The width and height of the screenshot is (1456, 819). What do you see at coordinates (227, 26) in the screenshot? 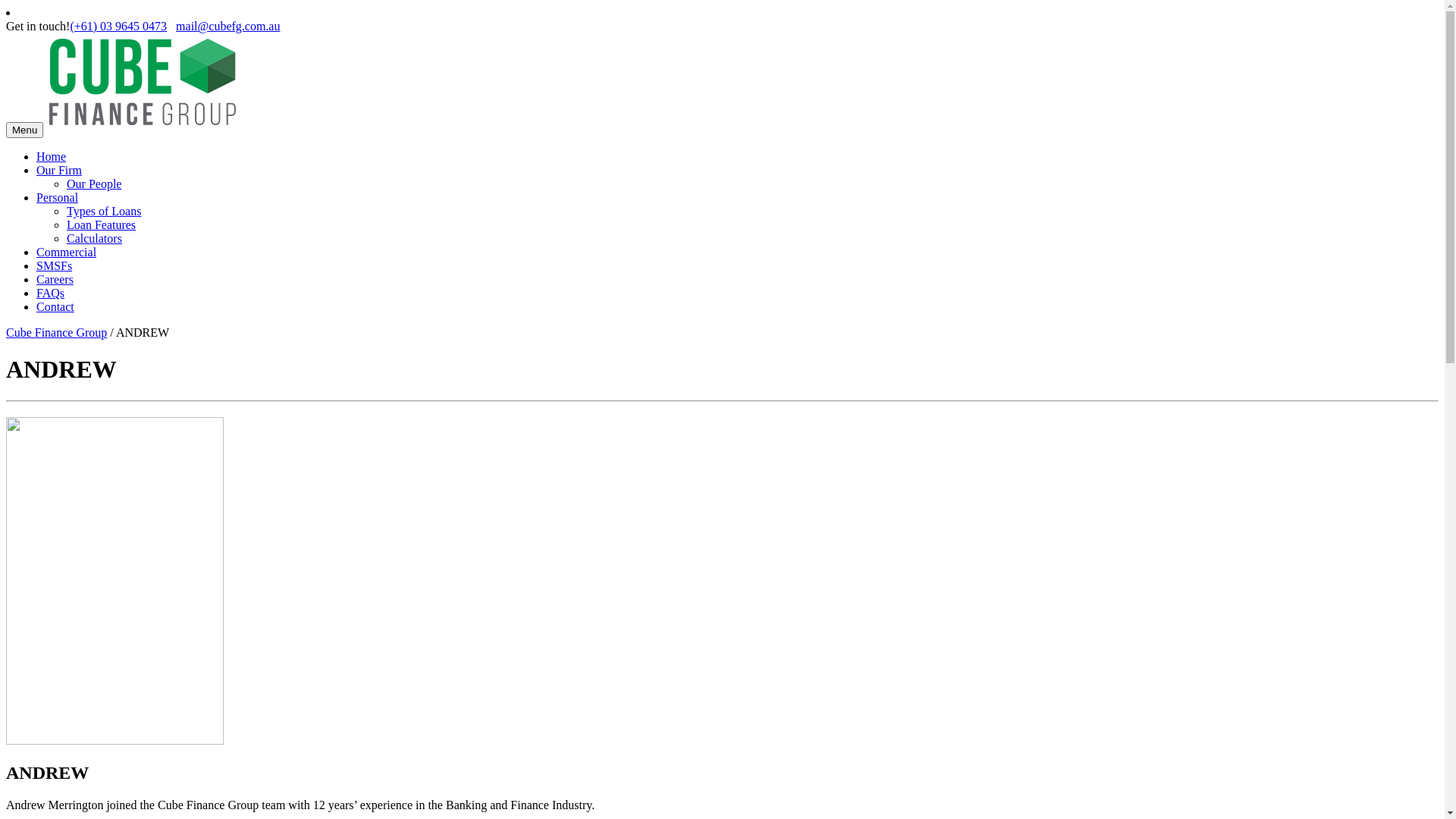
I see `'mail@cubefg.com.au'` at bounding box center [227, 26].